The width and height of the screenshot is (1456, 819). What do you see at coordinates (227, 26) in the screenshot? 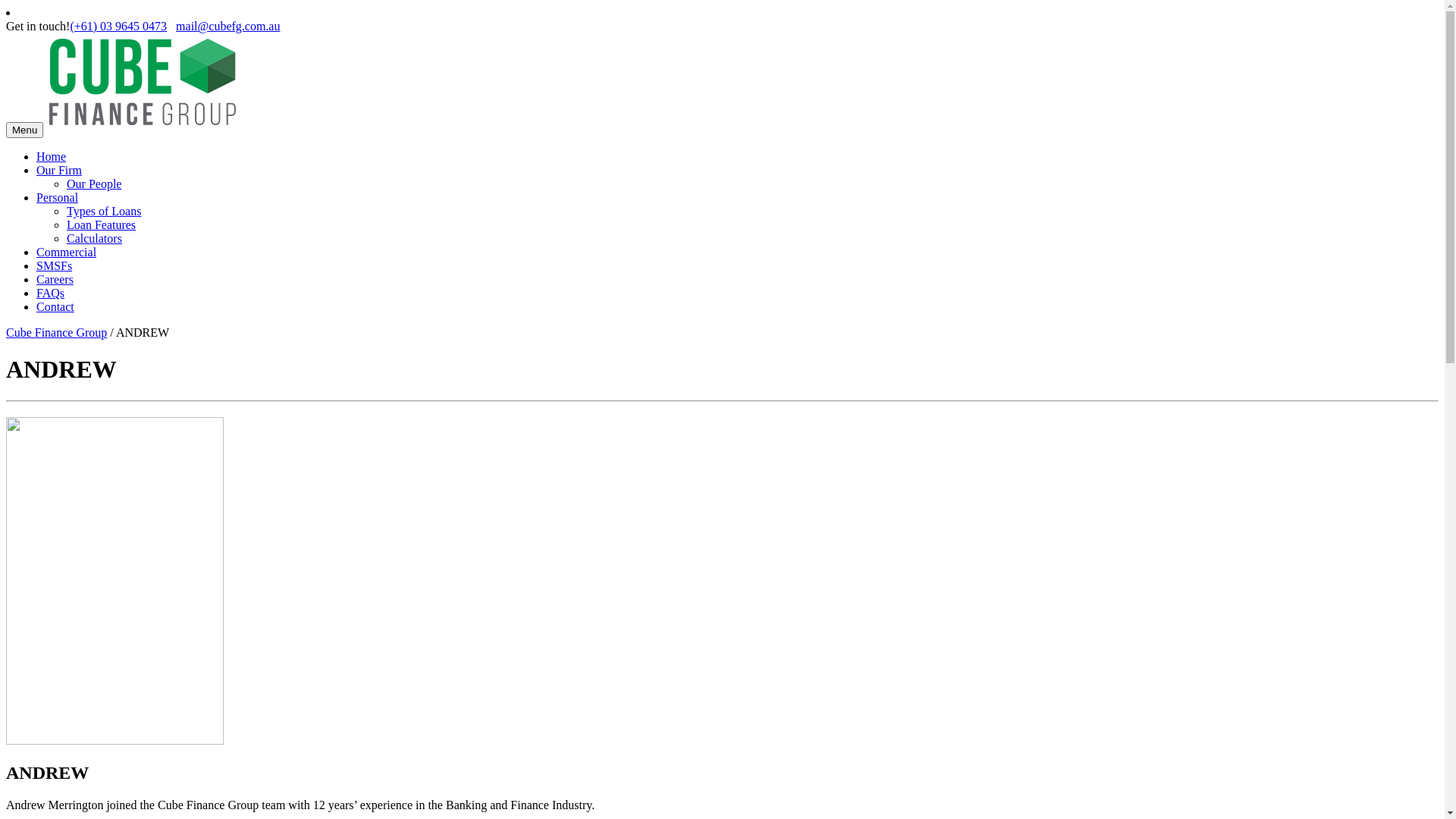
I see `'mail@cubefg.com.au'` at bounding box center [227, 26].